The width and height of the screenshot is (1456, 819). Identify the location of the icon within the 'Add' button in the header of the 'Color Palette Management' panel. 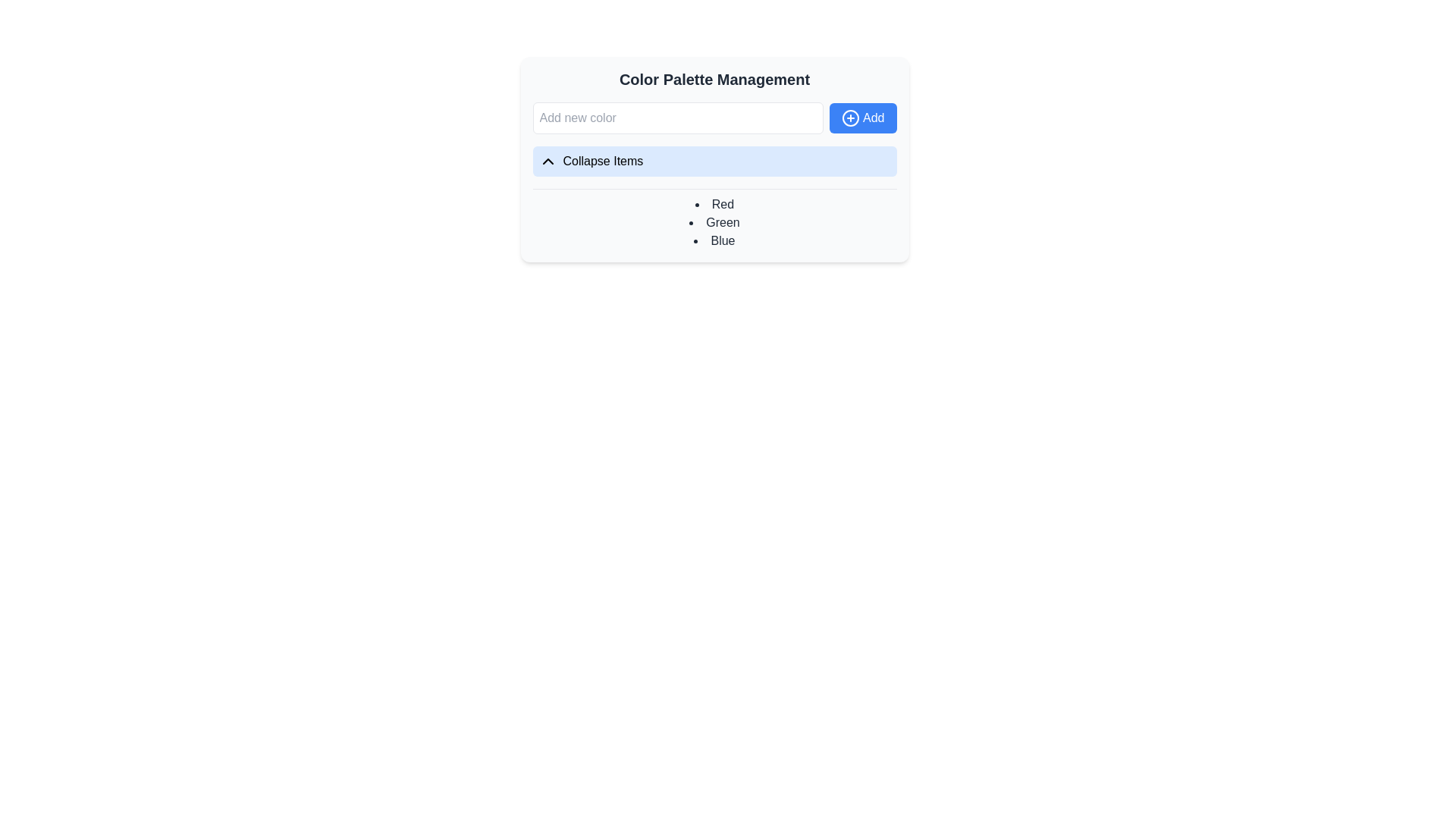
(851, 117).